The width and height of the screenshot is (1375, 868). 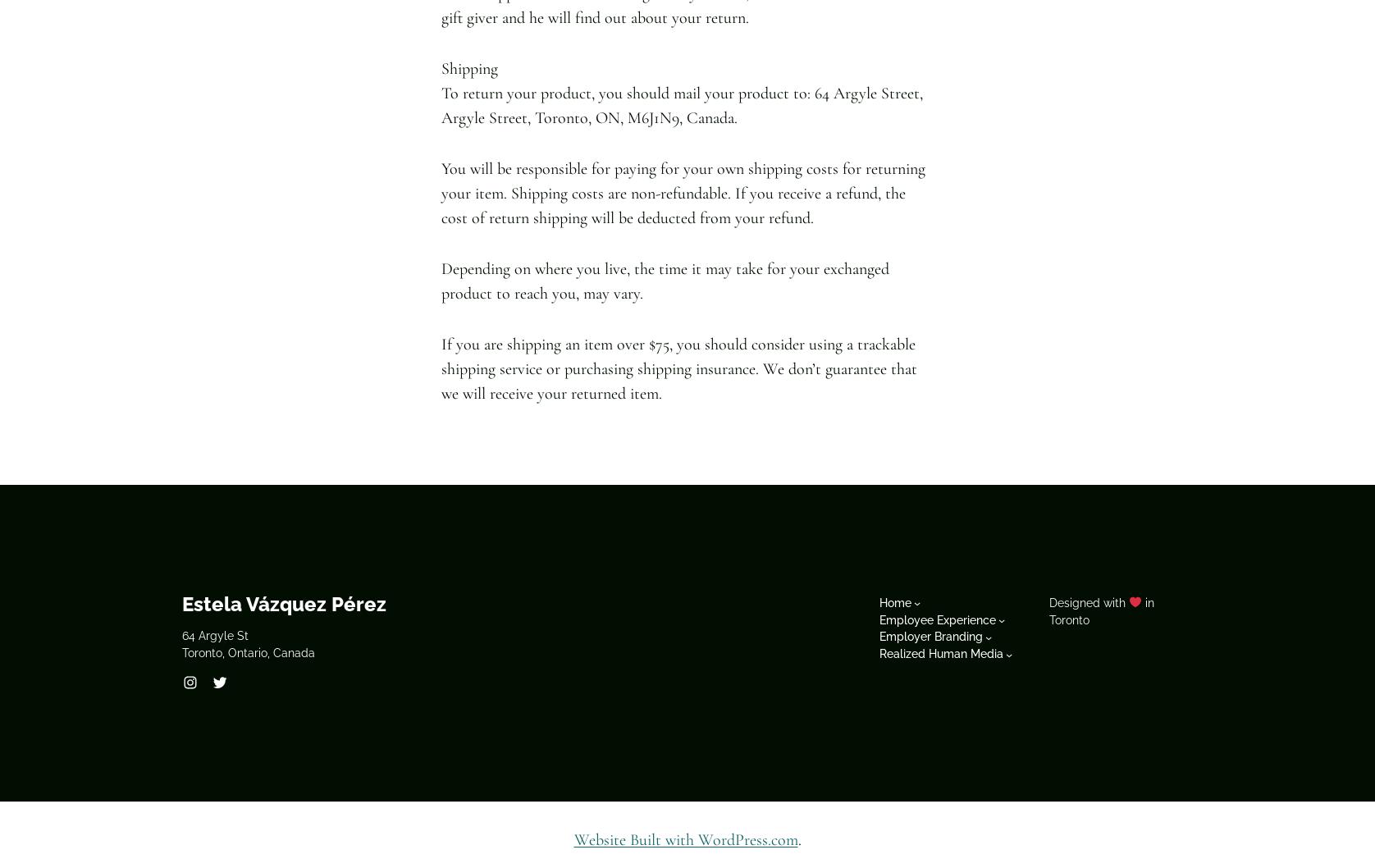 What do you see at coordinates (214, 635) in the screenshot?
I see `'64 Argyle St'` at bounding box center [214, 635].